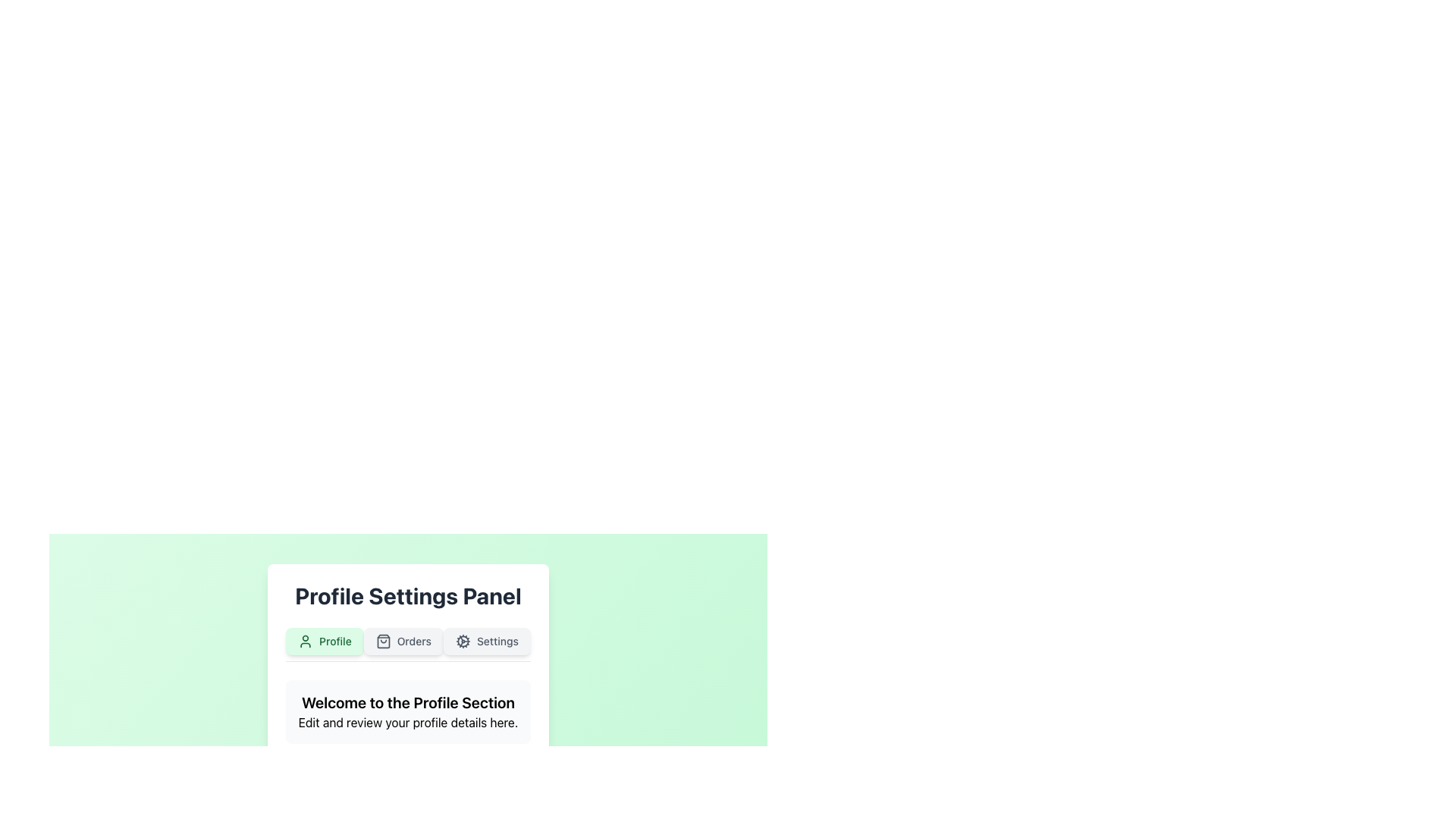  What do you see at coordinates (305, 641) in the screenshot?
I see `the user avatar outline icon inside the 'Profile' button located in the top-left section of the user settings panel` at bounding box center [305, 641].